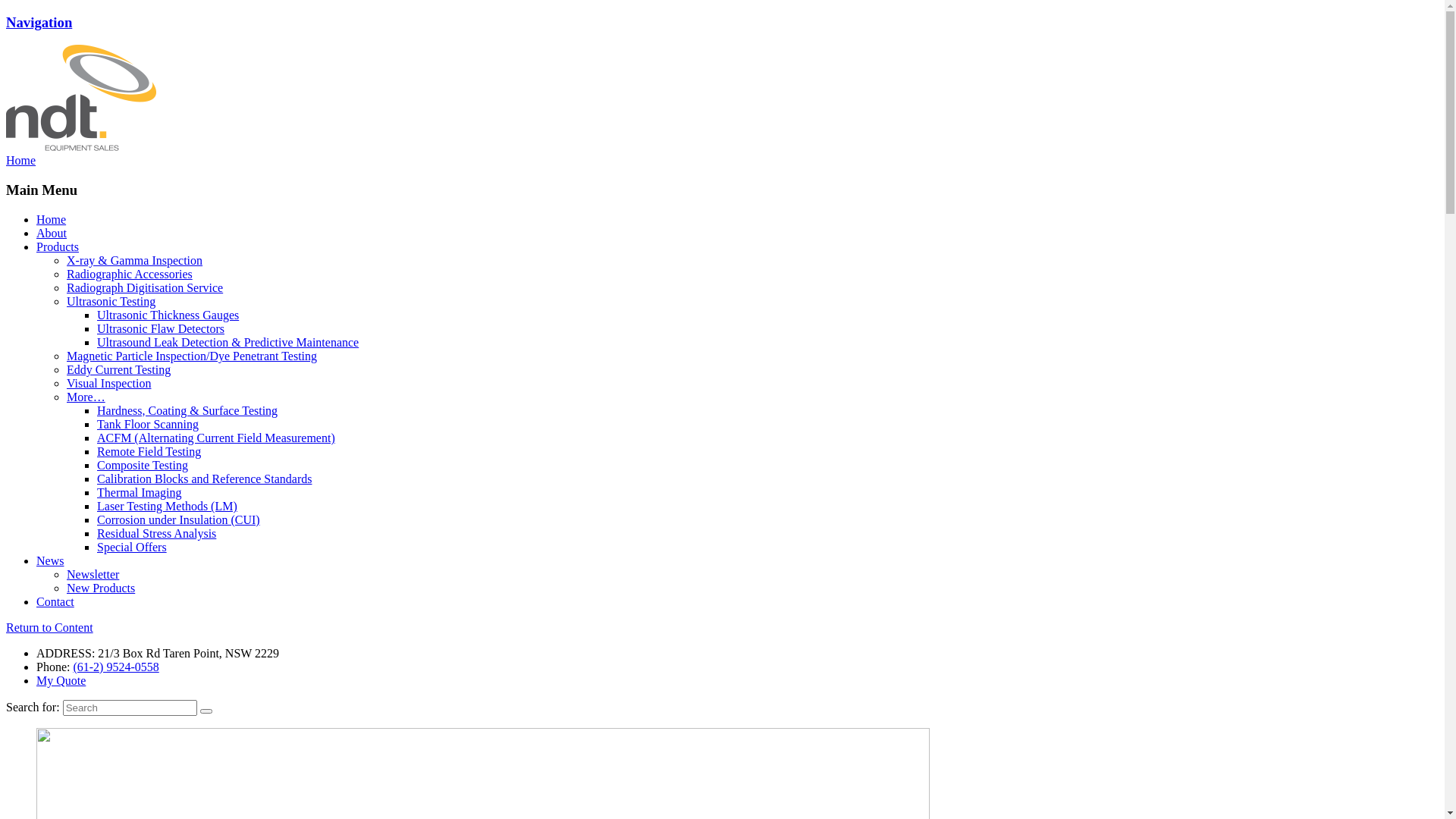  Describe the element at coordinates (92, 574) in the screenshot. I see `'Newsletter'` at that location.